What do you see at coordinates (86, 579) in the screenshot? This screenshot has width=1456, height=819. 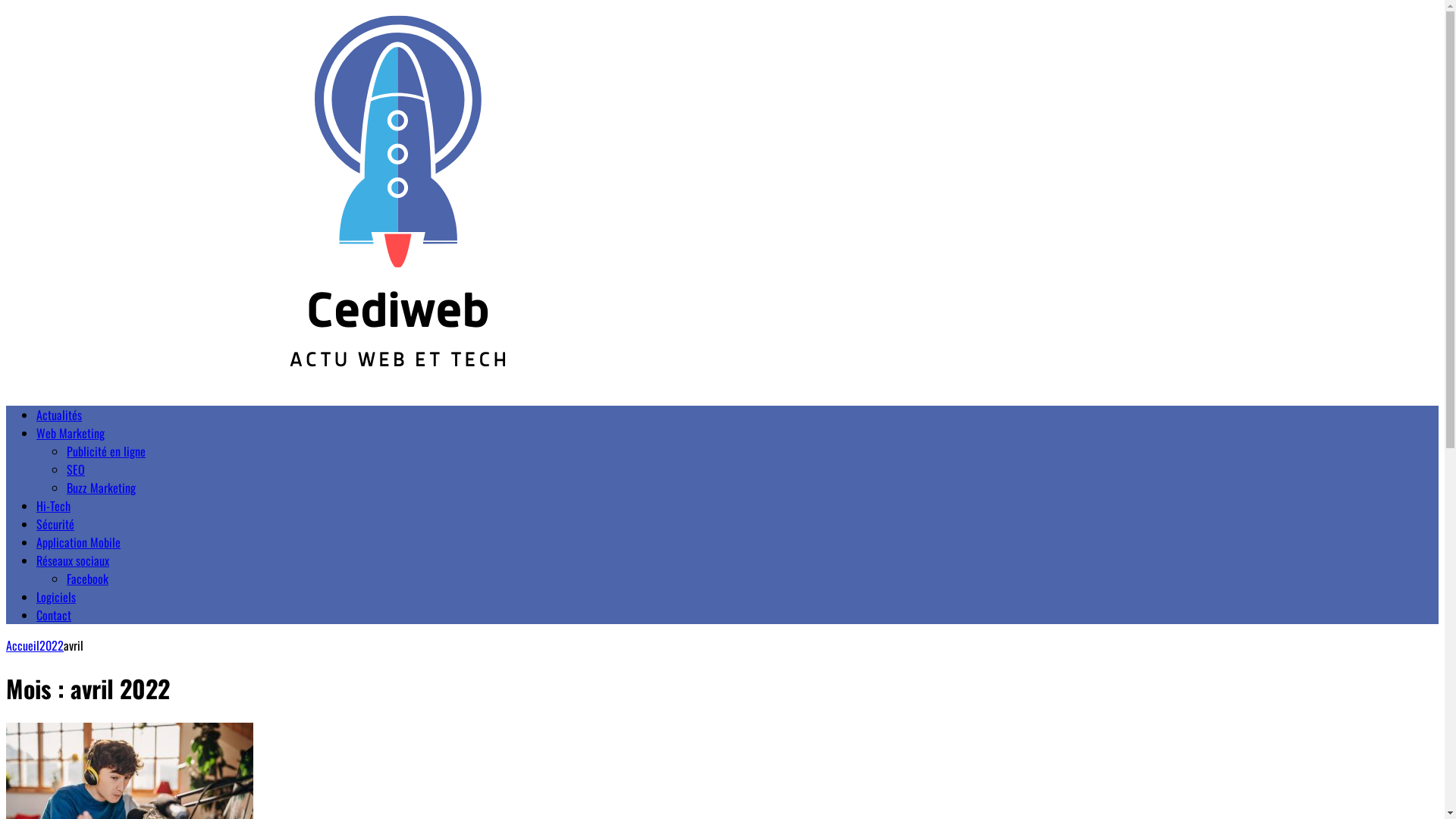 I see `'Facebook'` at bounding box center [86, 579].